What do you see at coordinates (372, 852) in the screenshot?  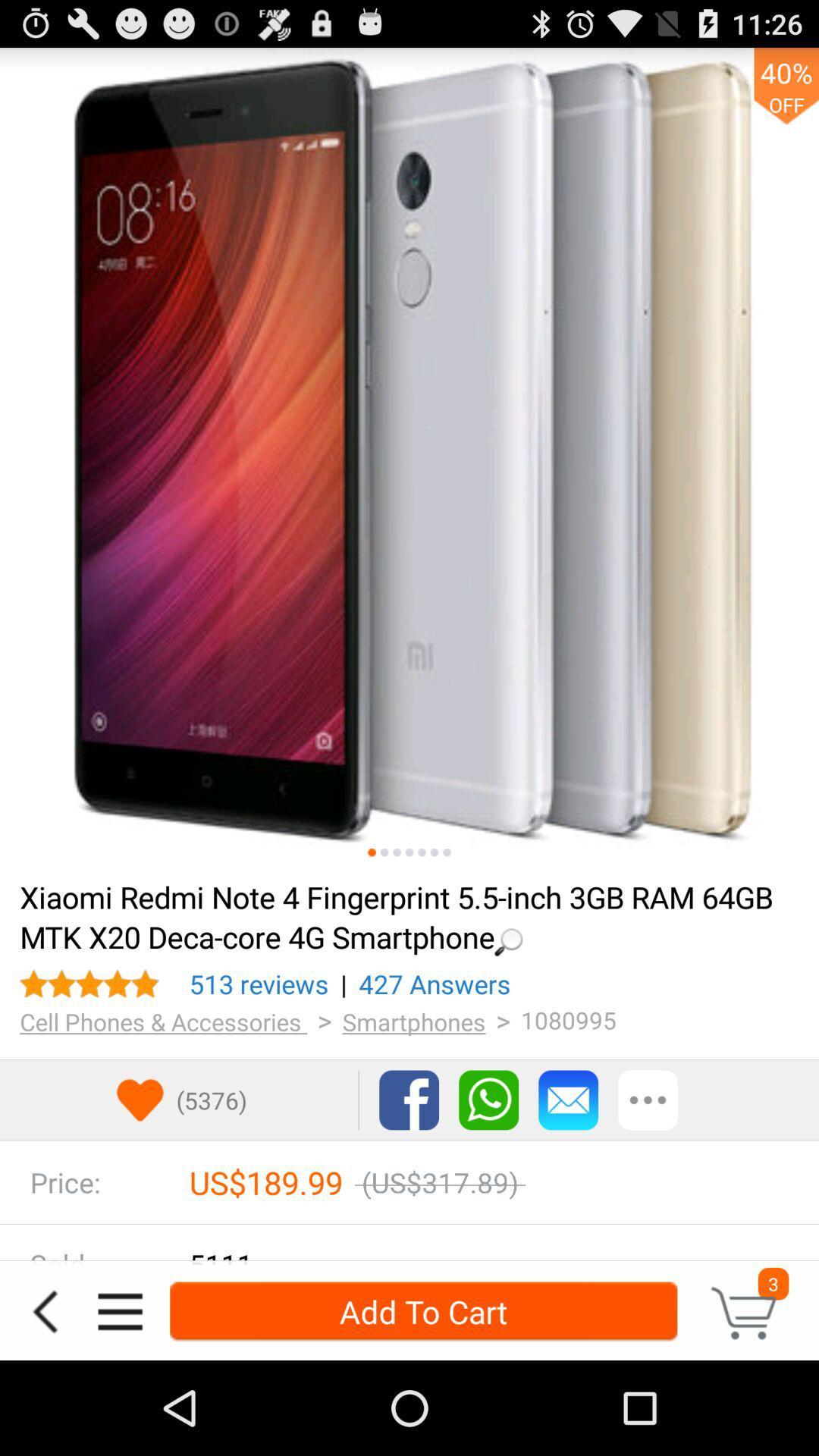 I see `the next photo` at bounding box center [372, 852].